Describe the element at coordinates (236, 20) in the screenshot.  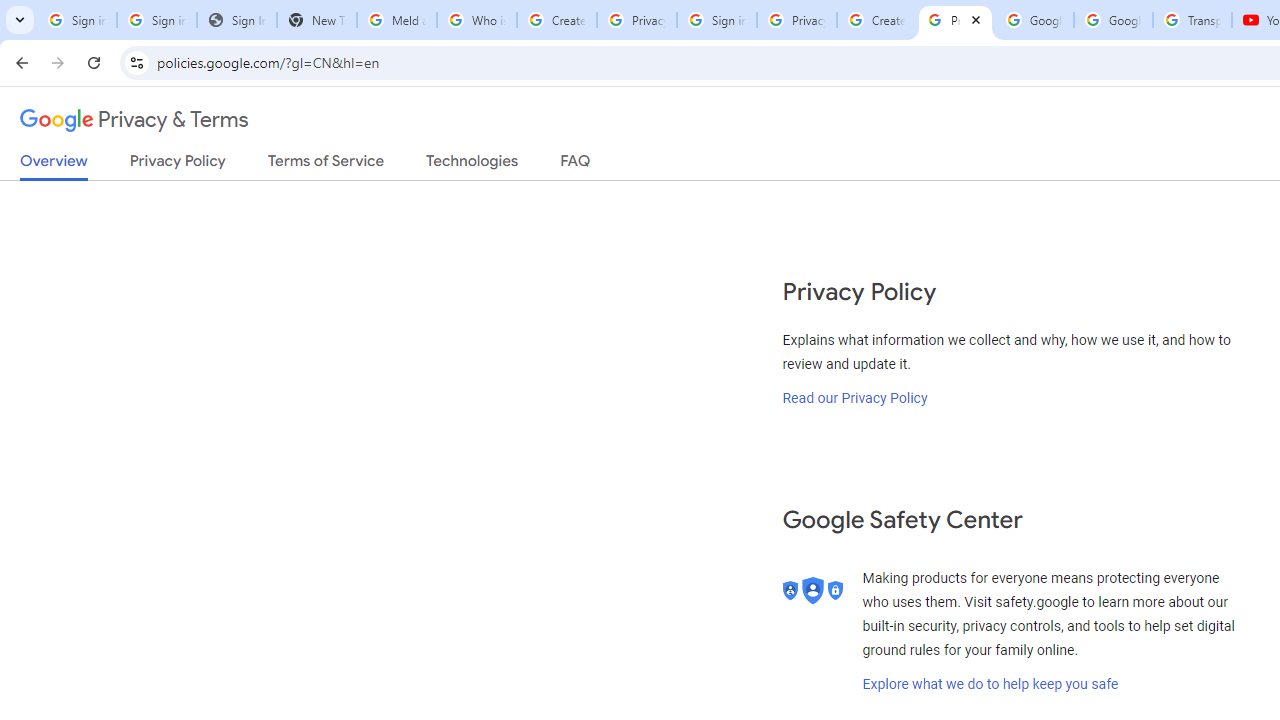
I see `'Sign In - USA TODAY'` at that location.